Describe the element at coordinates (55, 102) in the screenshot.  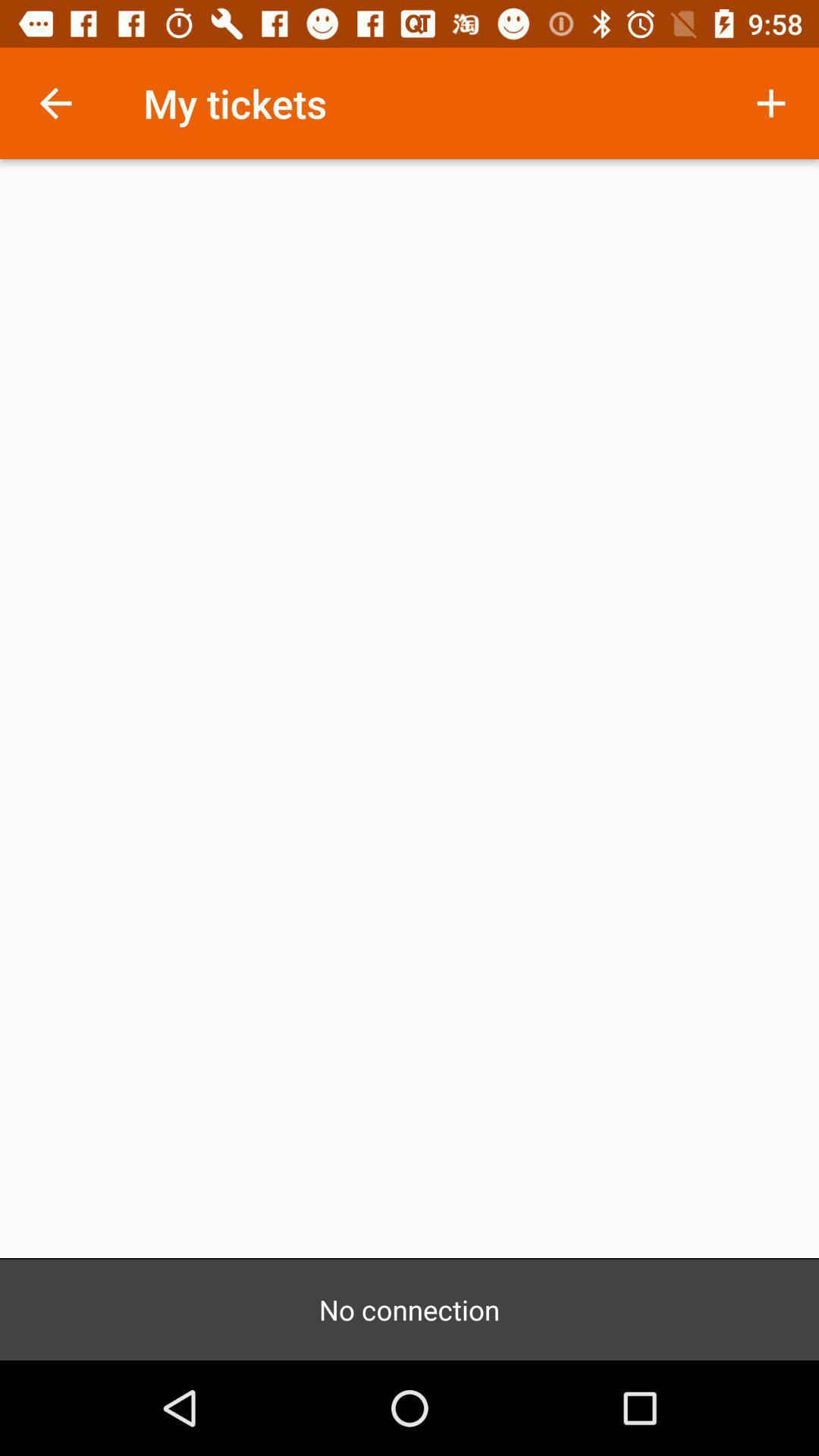
I see `the icon to the left of my tickets` at that location.